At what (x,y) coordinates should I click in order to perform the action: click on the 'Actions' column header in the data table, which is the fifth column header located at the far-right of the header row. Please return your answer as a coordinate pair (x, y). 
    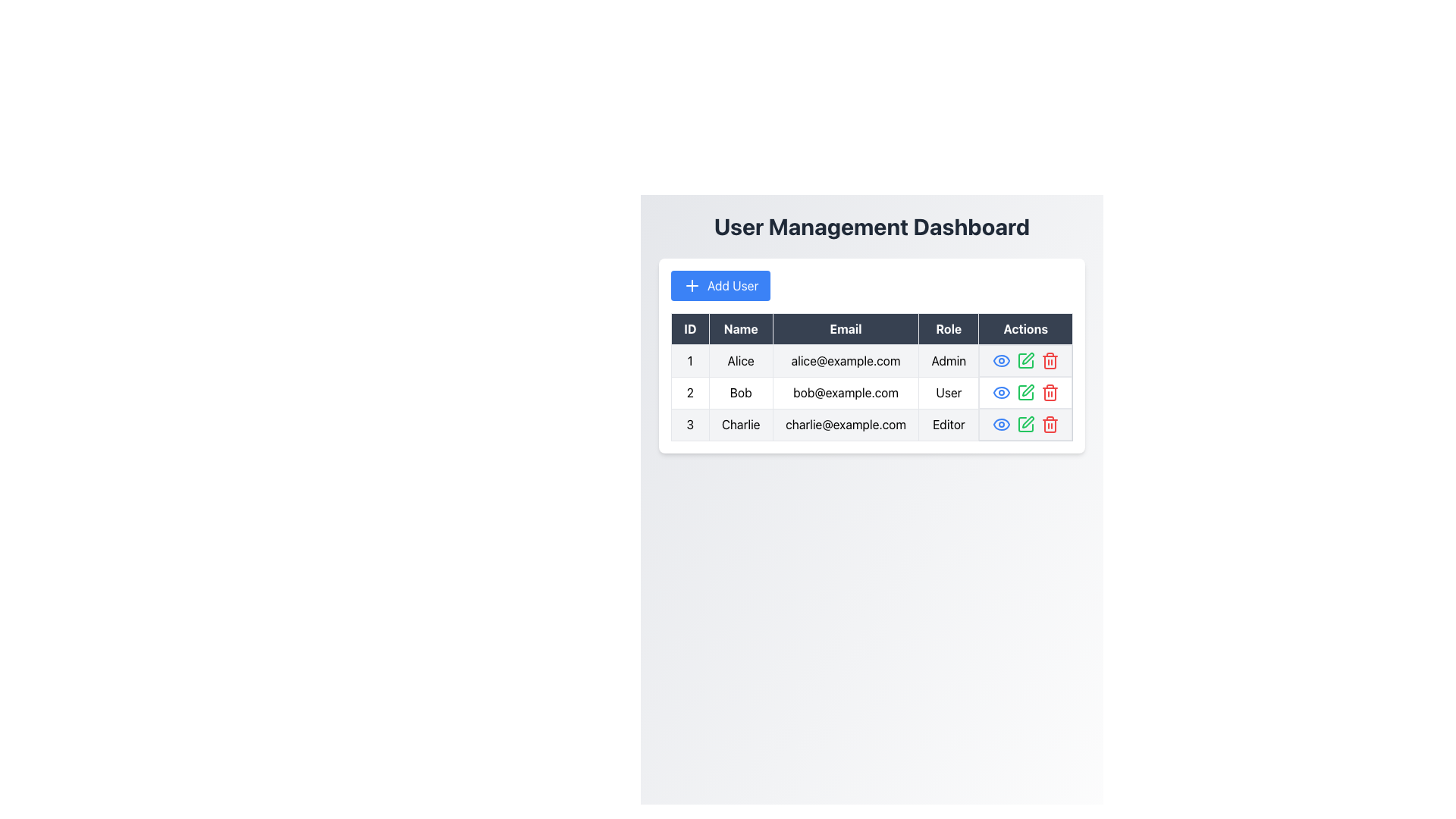
    Looking at the image, I should click on (1025, 328).